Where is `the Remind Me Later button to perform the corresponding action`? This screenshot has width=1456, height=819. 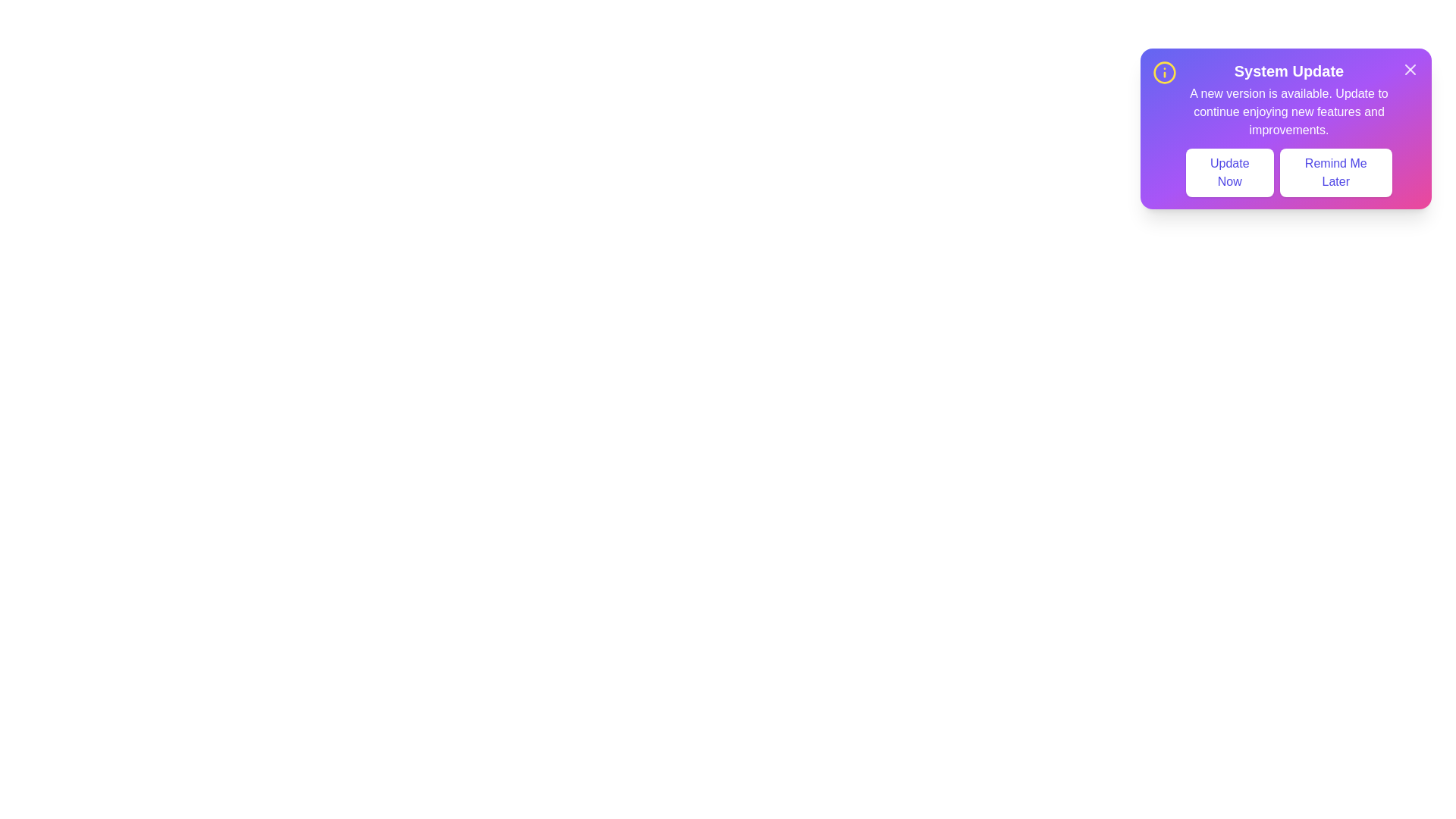
the Remind Me Later button to perform the corresponding action is located at coordinates (1335, 171).